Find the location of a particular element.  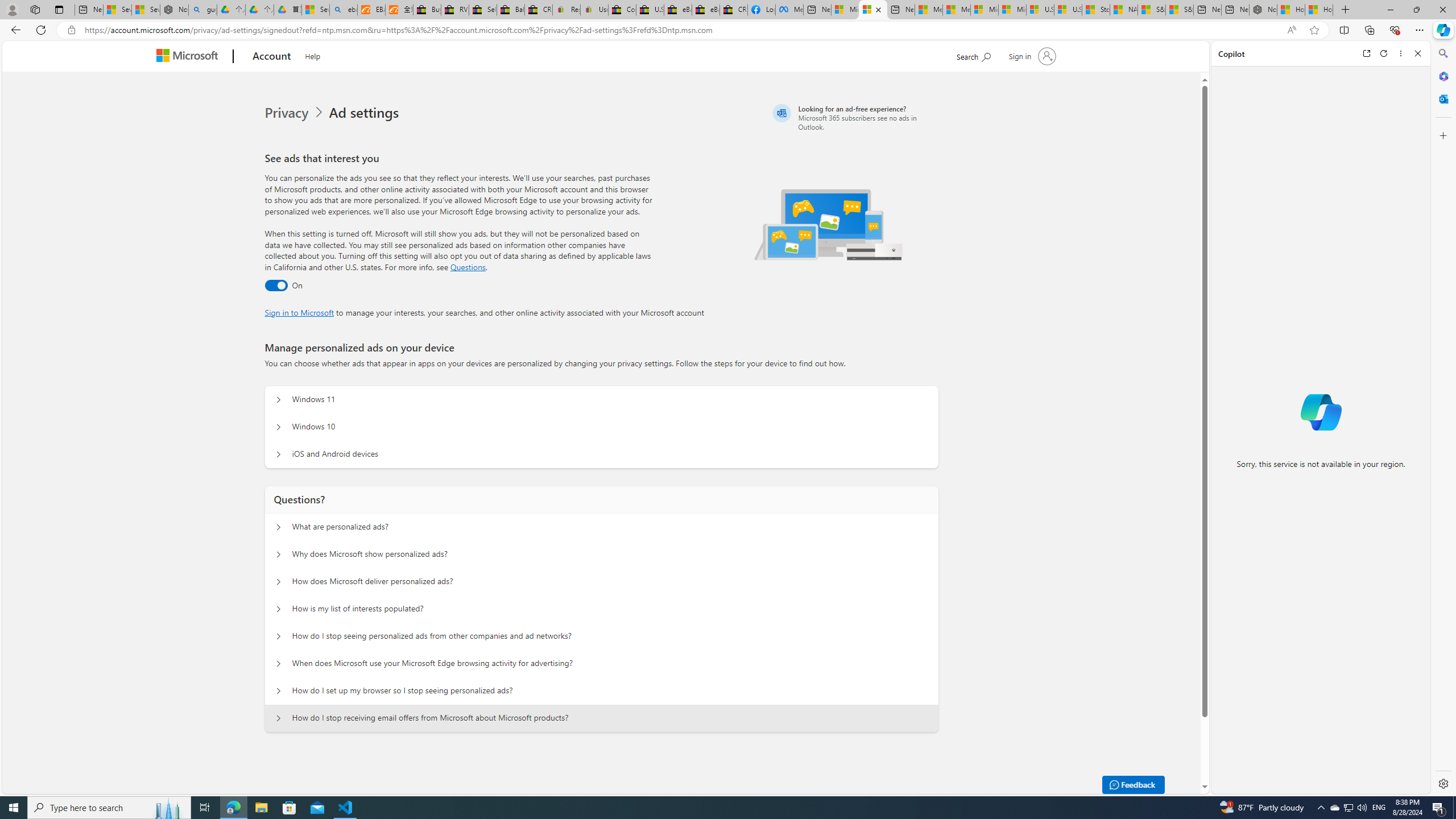

'Browser essentials' is located at coordinates (1394, 29).